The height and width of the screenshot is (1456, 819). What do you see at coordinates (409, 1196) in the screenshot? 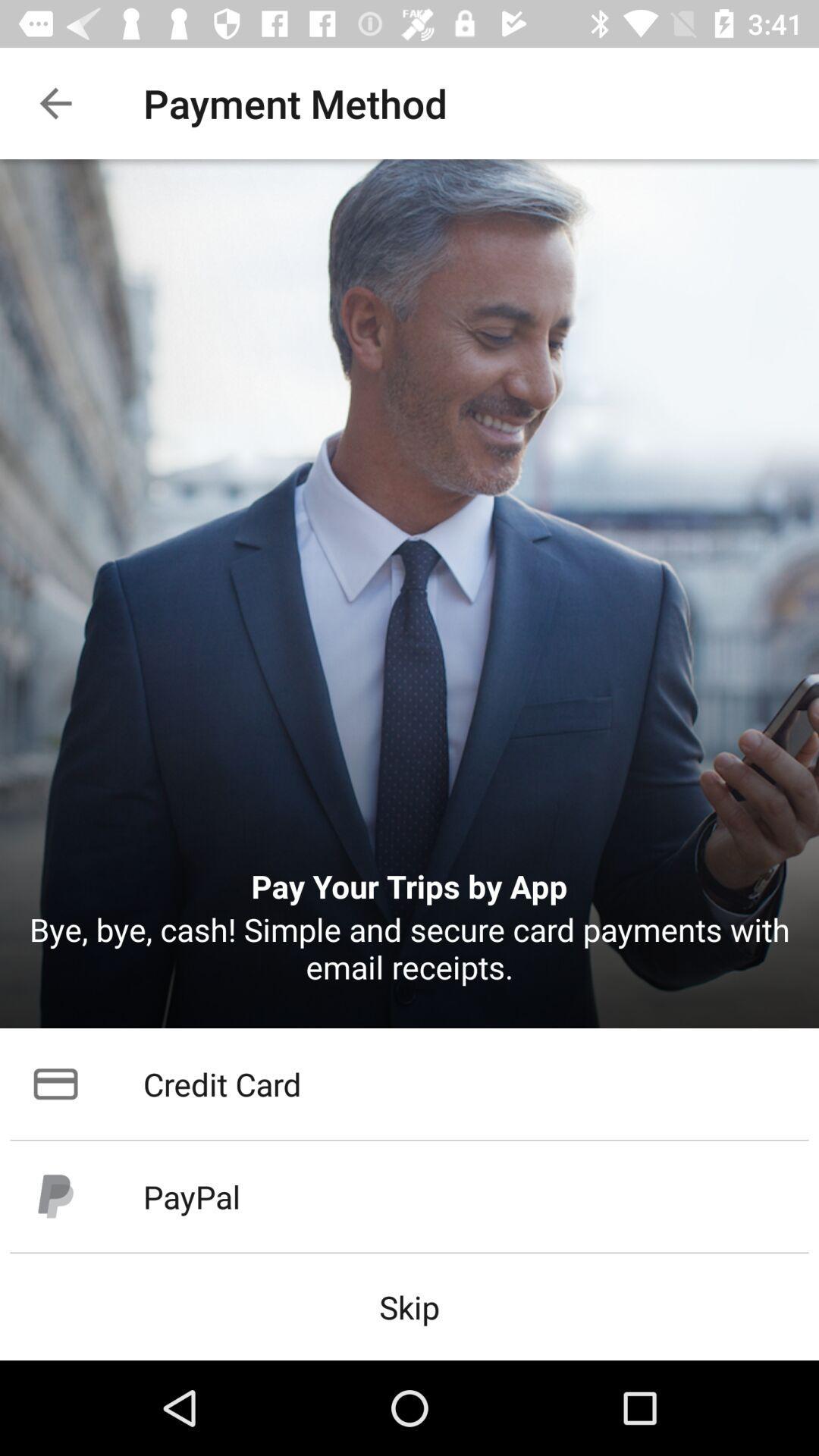
I see `paypal item` at bounding box center [409, 1196].